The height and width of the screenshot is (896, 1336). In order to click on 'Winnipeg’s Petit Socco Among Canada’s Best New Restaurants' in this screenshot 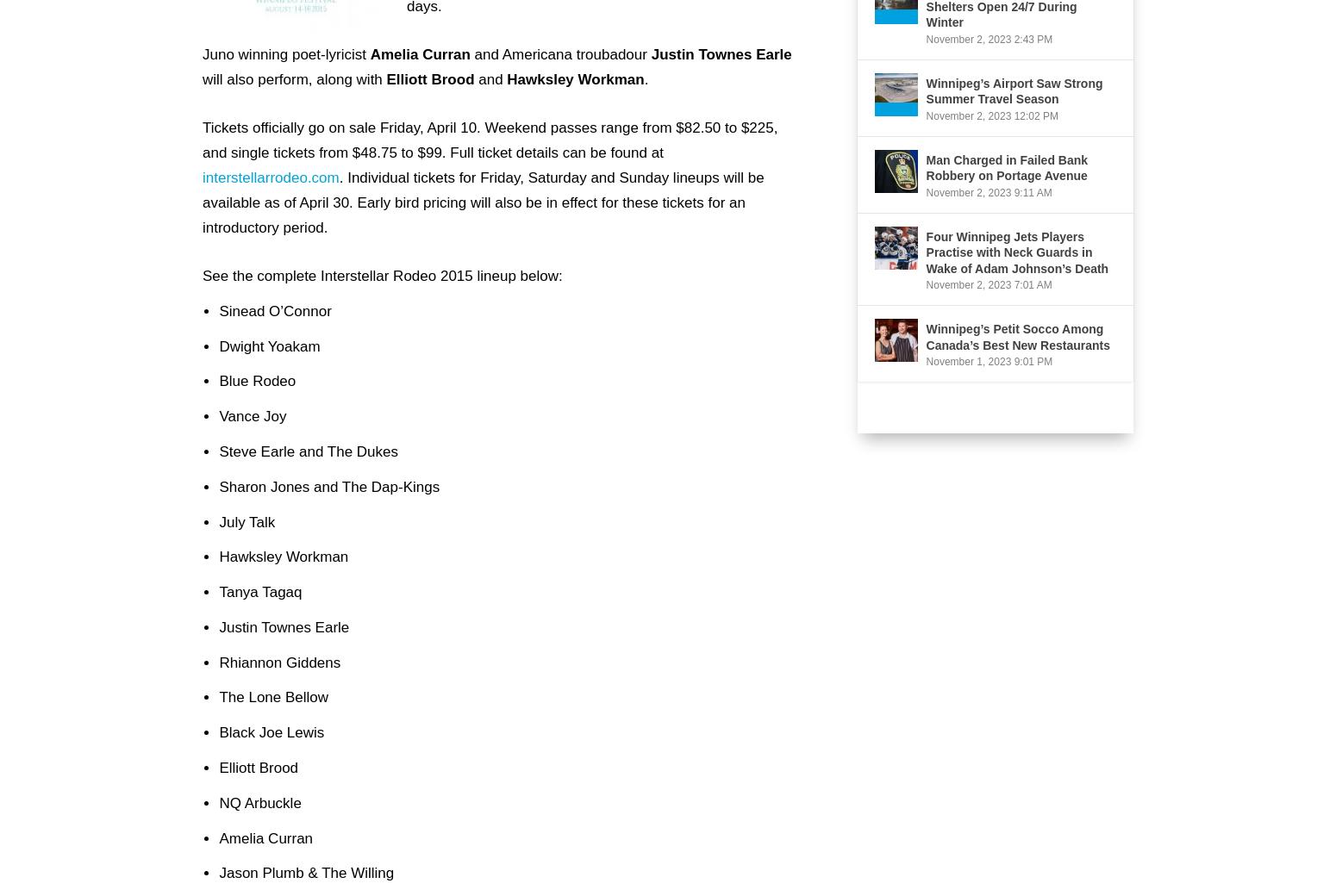, I will do `click(1017, 335)`.